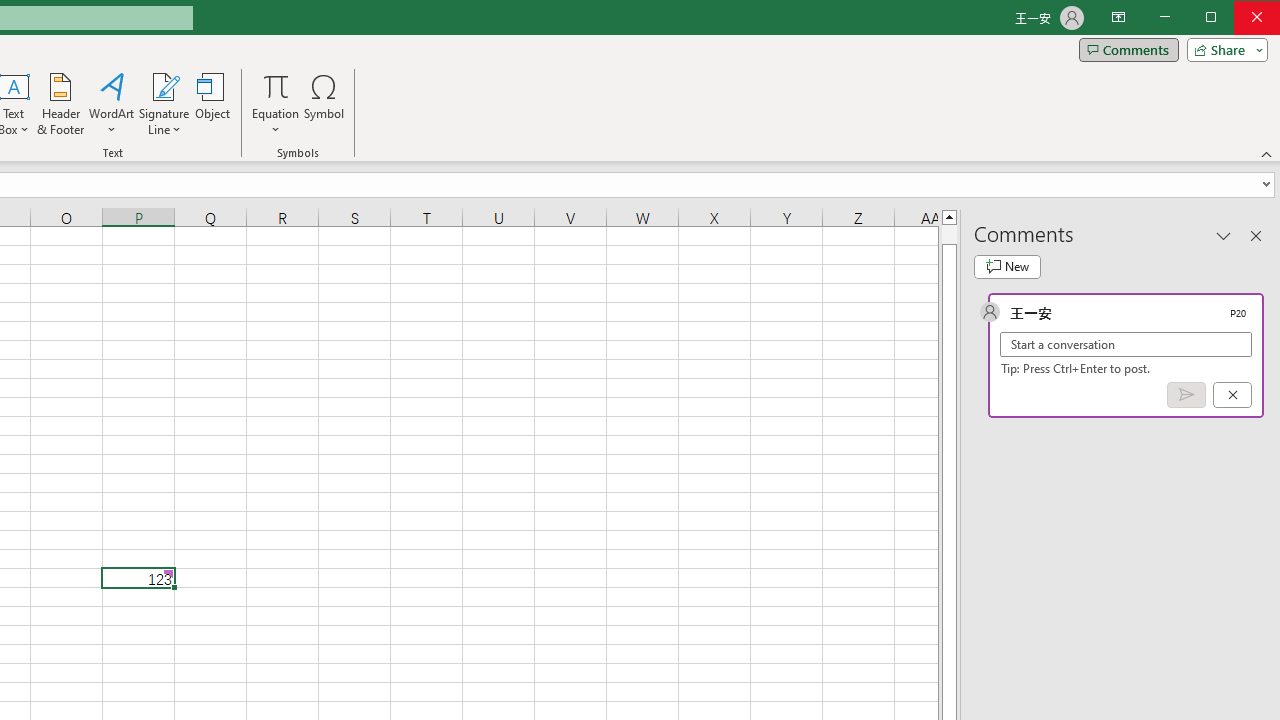 The image size is (1280, 720). Describe the element at coordinates (111, 104) in the screenshot. I see `'WordArt'` at that location.